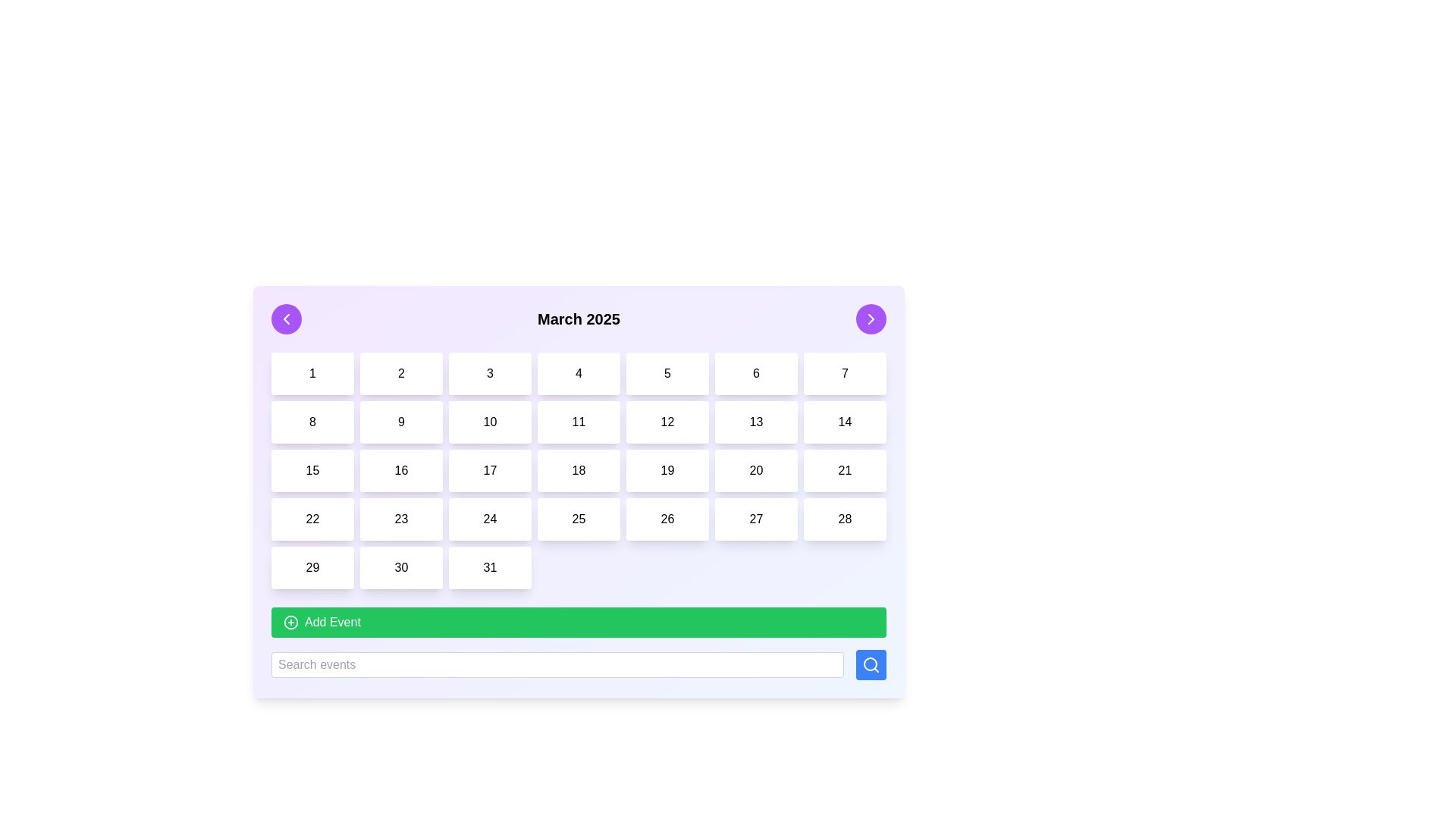 This screenshot has height=819, width=1456. I want to click on the selectable day labeled '15' in the calendar grid, so click(312, 470).